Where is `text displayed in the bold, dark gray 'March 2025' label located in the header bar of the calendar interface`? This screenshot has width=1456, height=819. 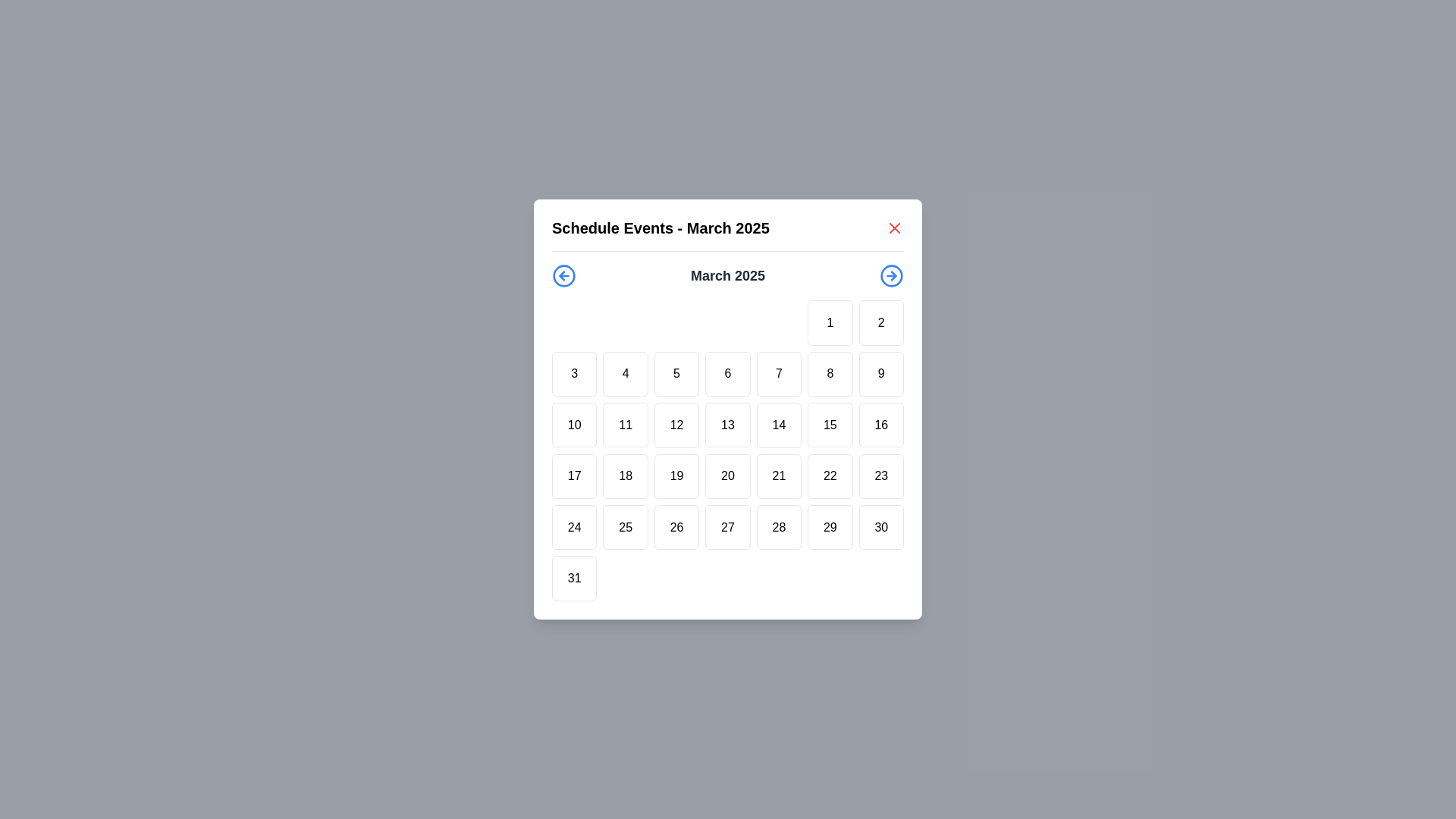
text displayed in the bold, dark gray 'March 2025' label located in the header bar of the calendar interface is located at coordinates (728, 275).